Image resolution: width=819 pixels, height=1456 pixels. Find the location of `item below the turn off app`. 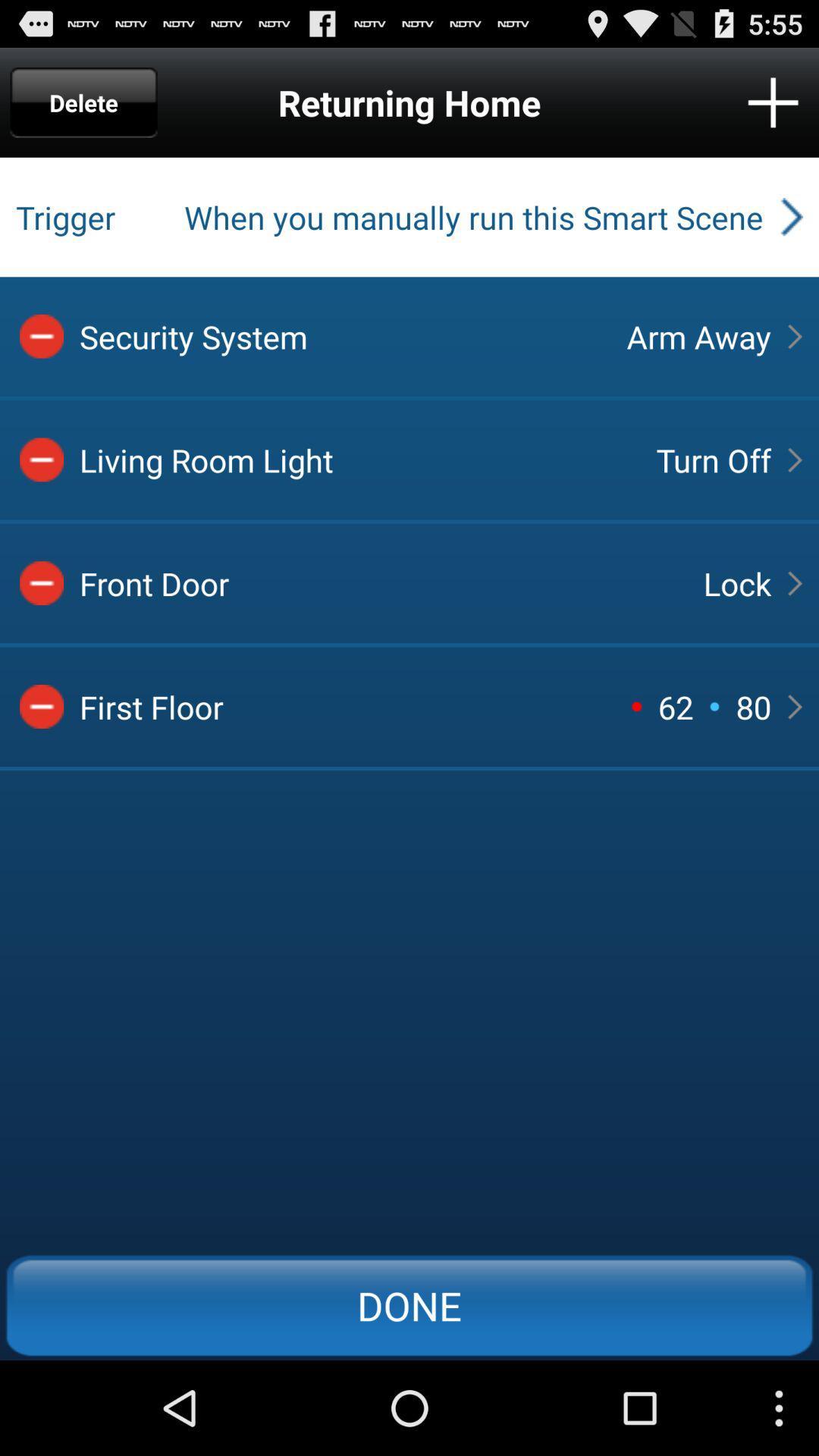

item below the turn off app is located at coordinates (736, 582).